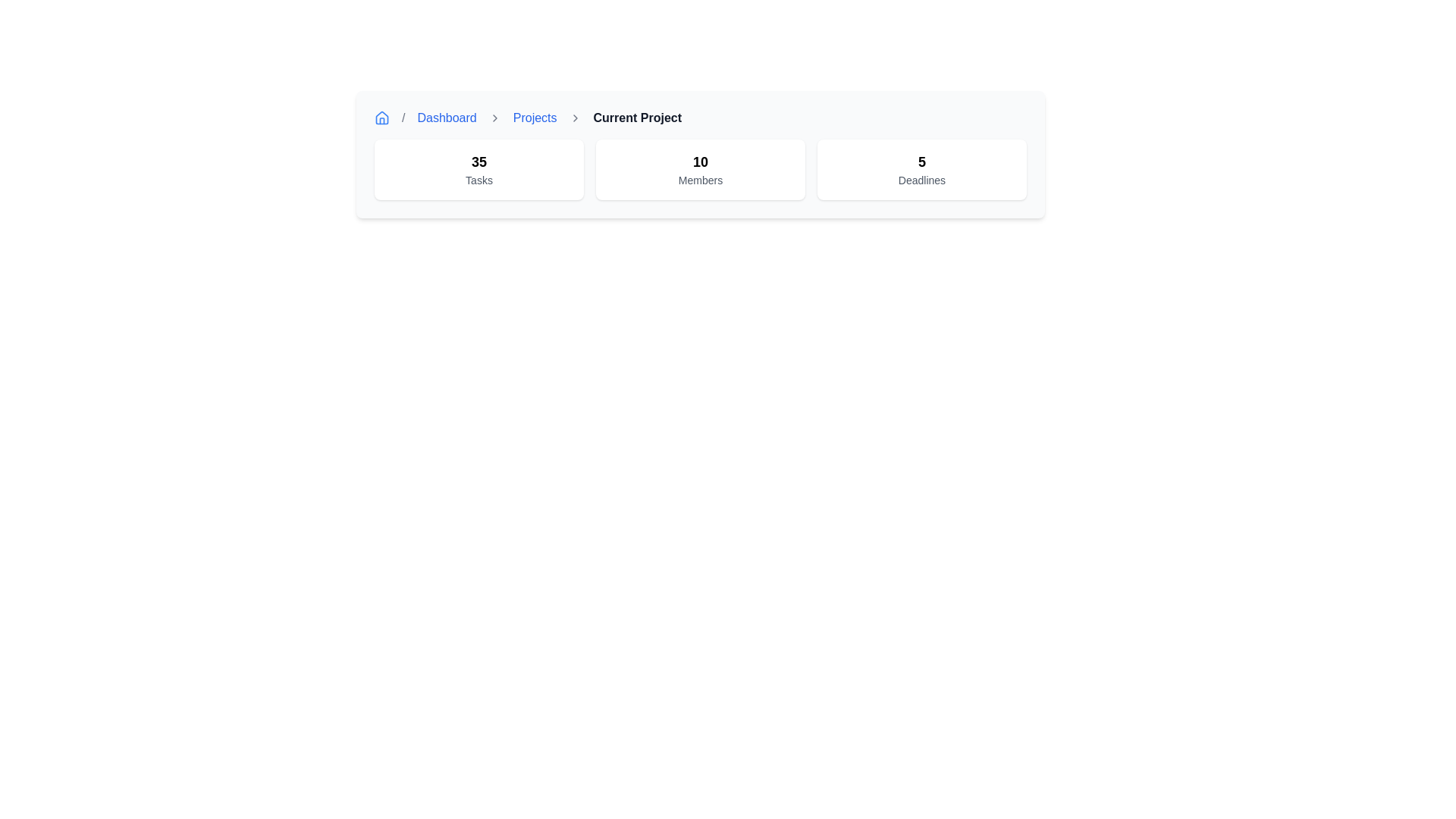 Image resolution: width=1456 pixels, height=819 pixels. Describe the element at coordinates (382, 117) in the screenshot. I see `the 'Home' icon located at the far-left part of the breadcrumb navigation bar` at that location.